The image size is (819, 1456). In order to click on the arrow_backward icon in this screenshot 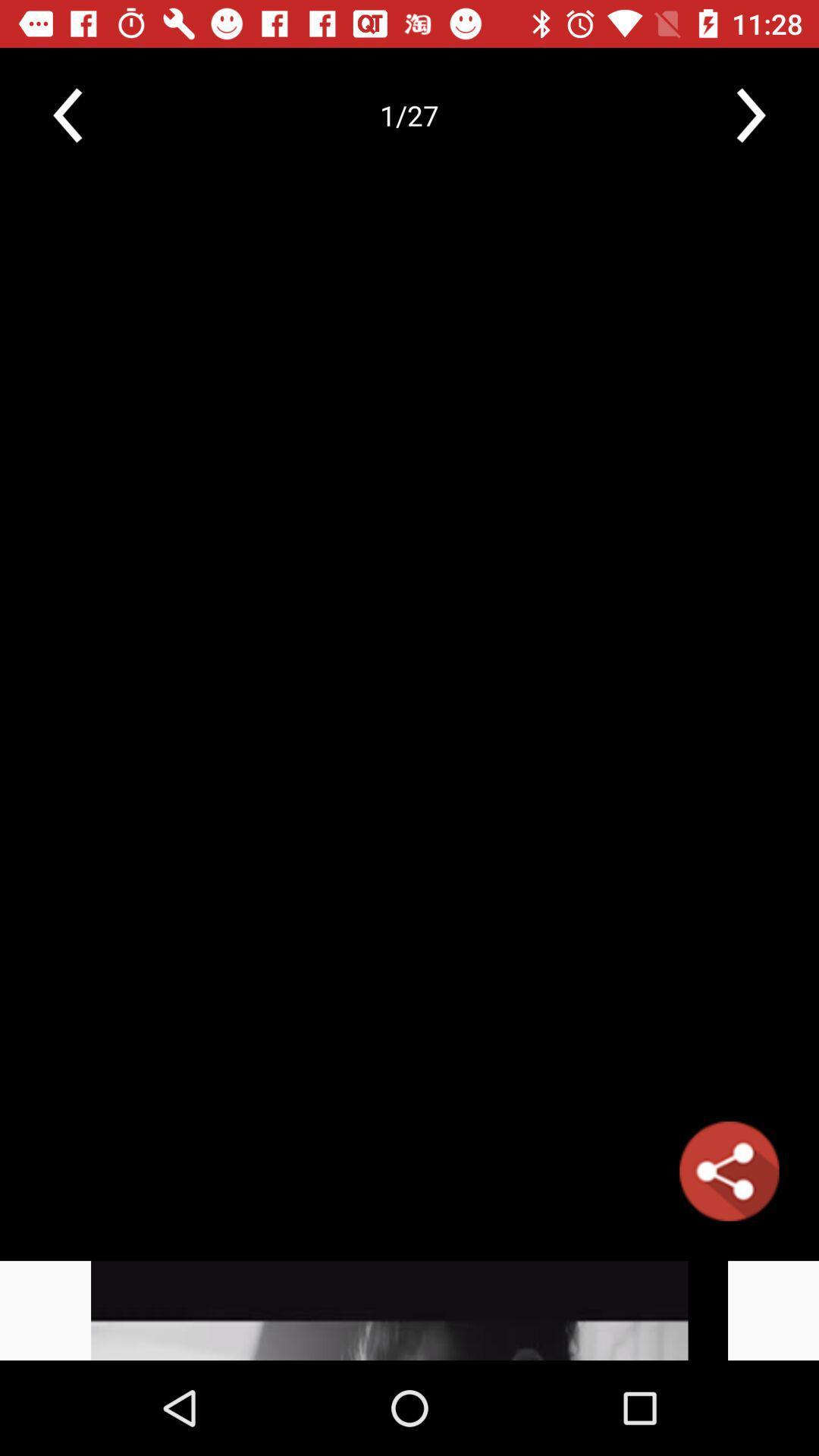, I will do `click(67, 115)`.